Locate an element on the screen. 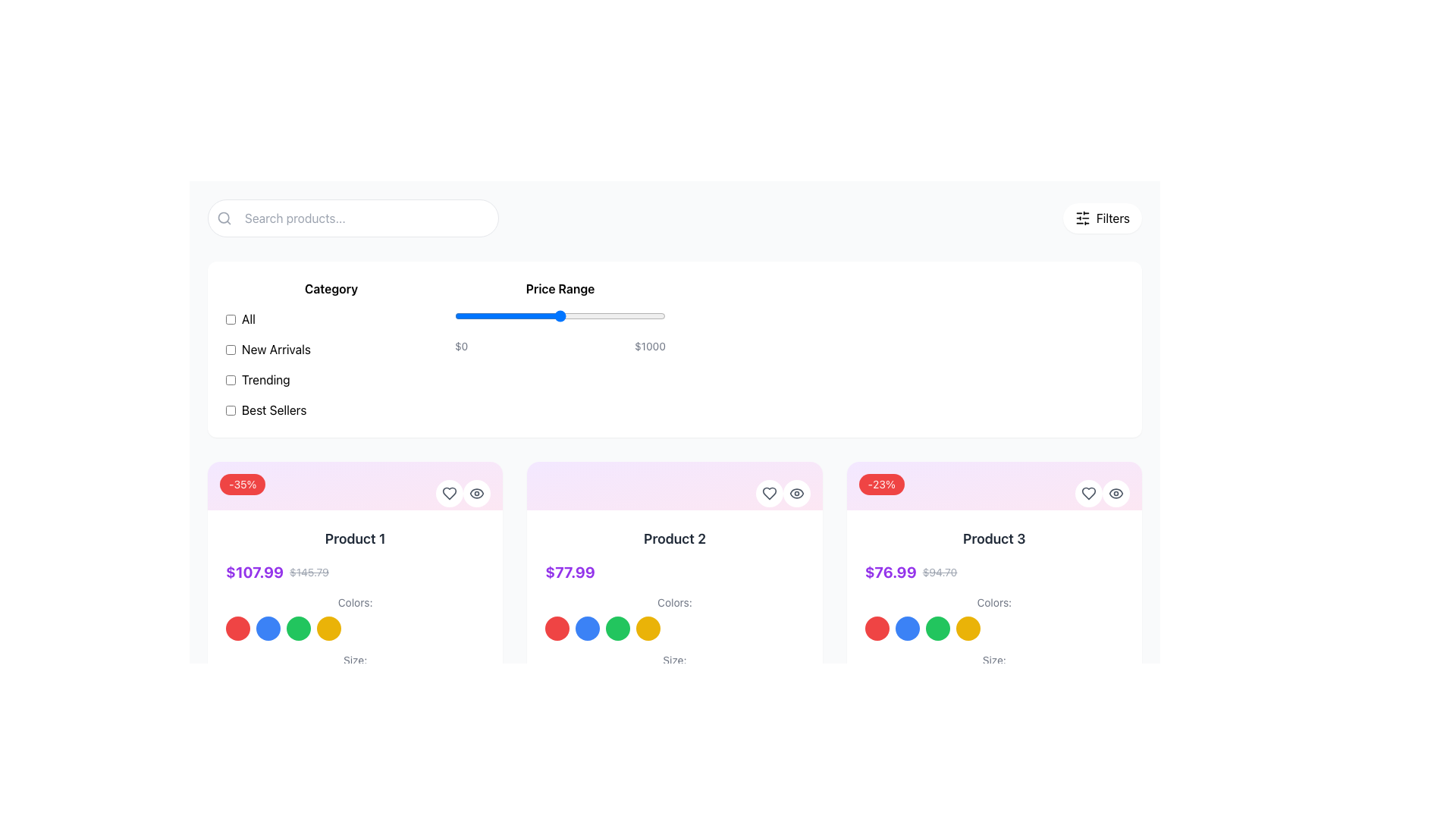  the heart button in the Icon button group located at the top-right corner of the 'Product 3' card to mark the product as a favorite is located at coordinates (1103, 491).